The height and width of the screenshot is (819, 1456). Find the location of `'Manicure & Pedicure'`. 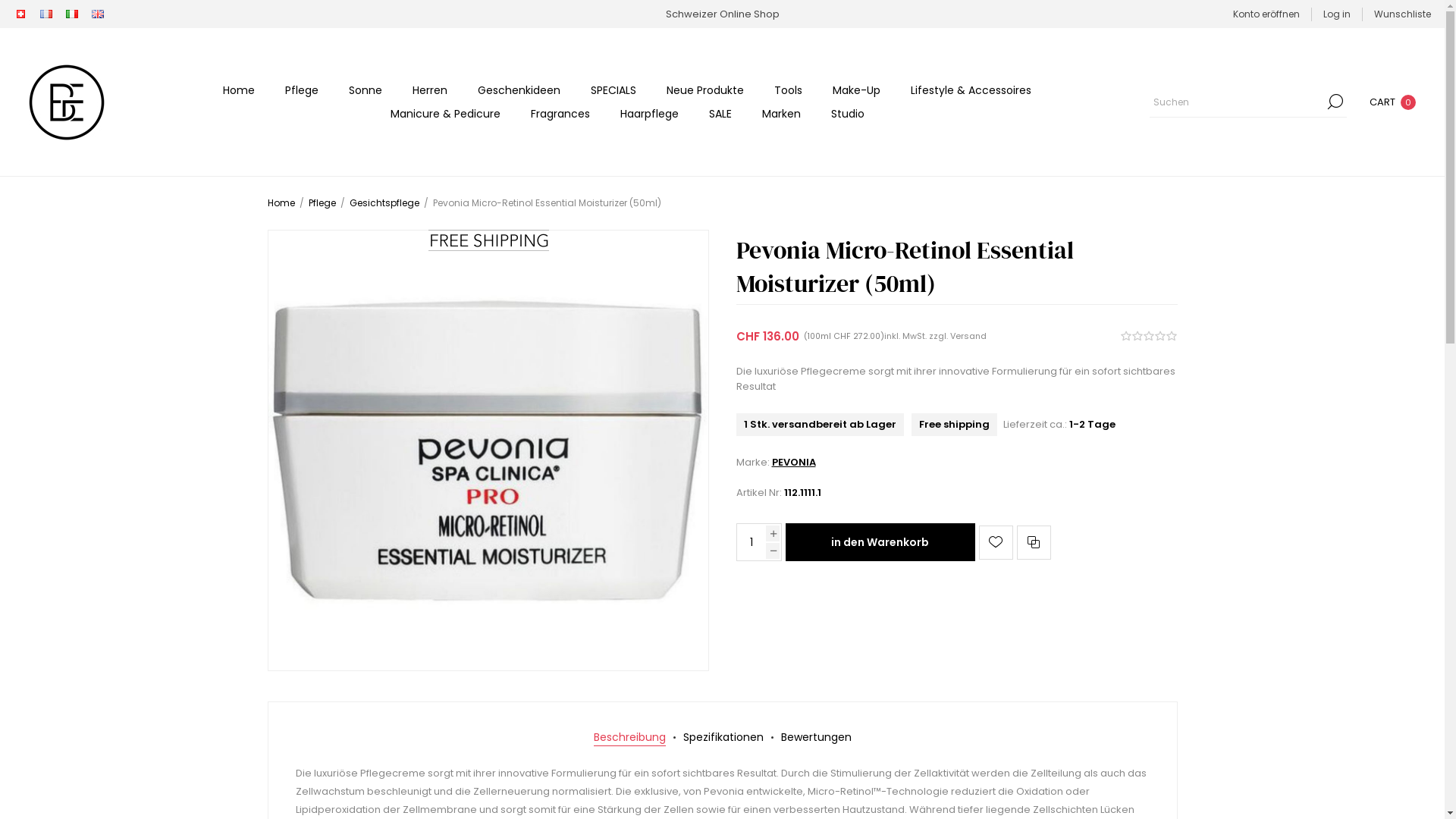

'Manicure & Pedicure' is located at coordinates (444, 113).